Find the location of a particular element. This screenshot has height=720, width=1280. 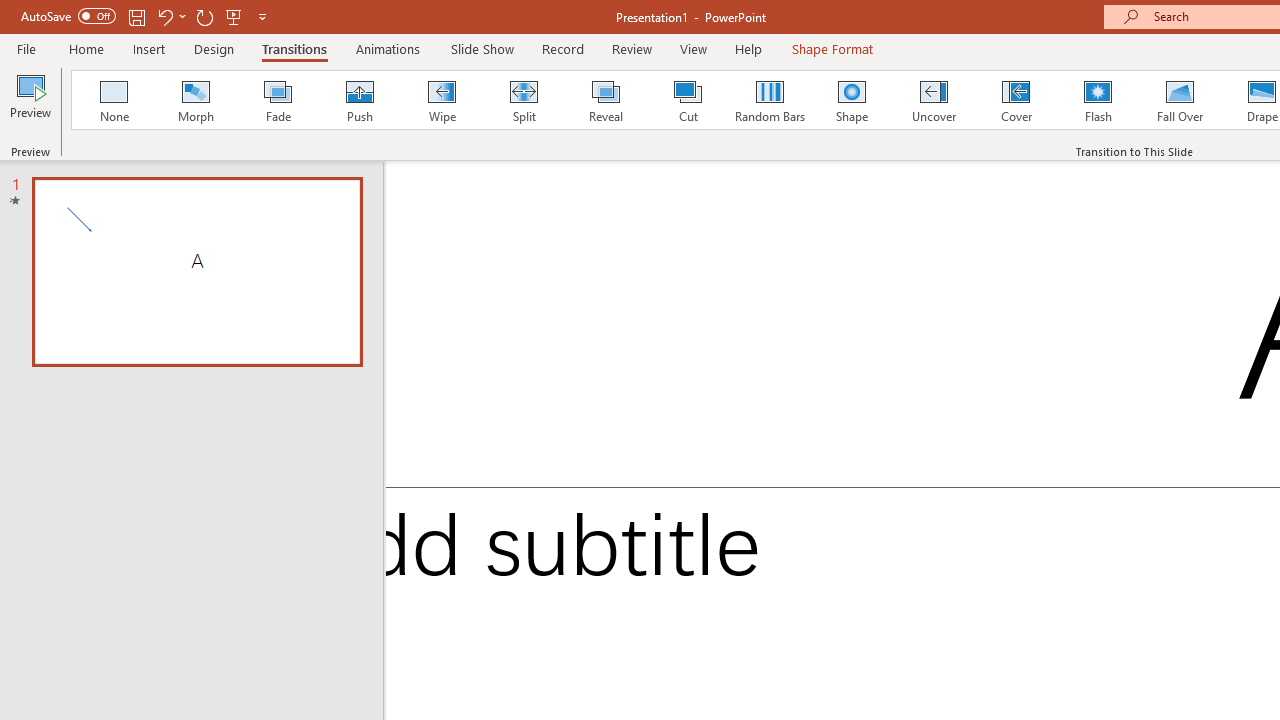

'Wipe' is located at coordinates (440, 100).